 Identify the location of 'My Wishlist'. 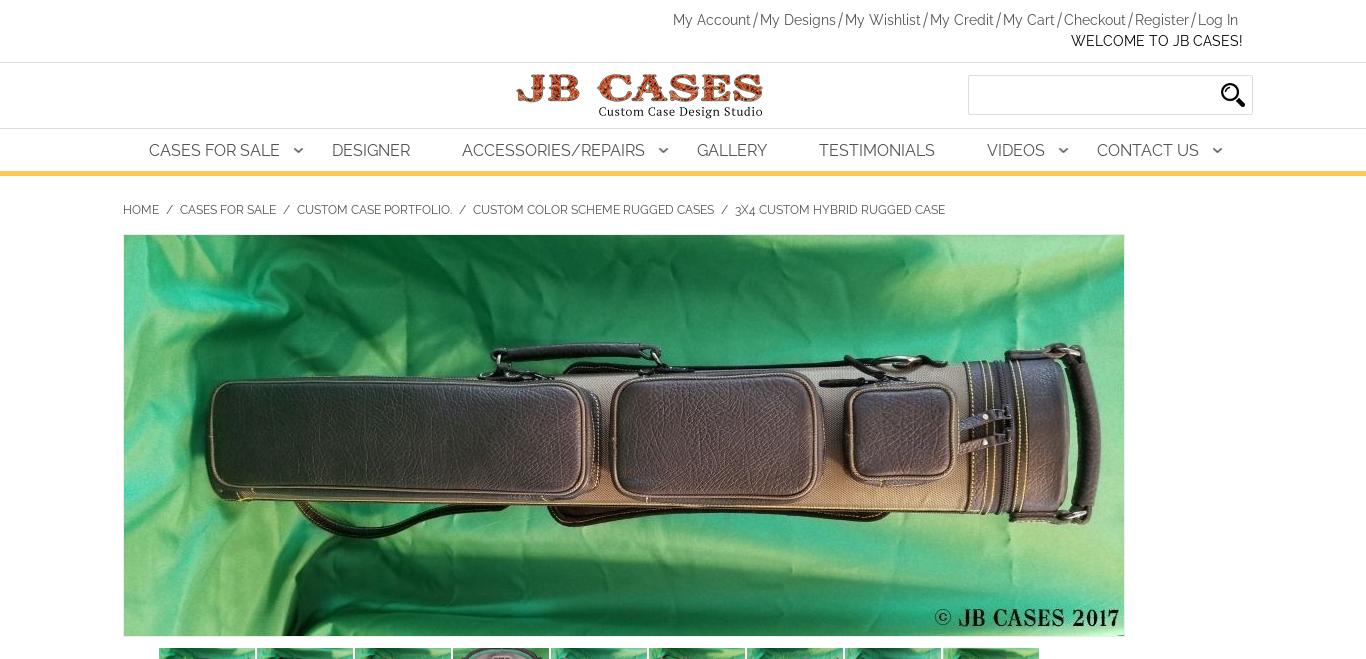
(881, 19).